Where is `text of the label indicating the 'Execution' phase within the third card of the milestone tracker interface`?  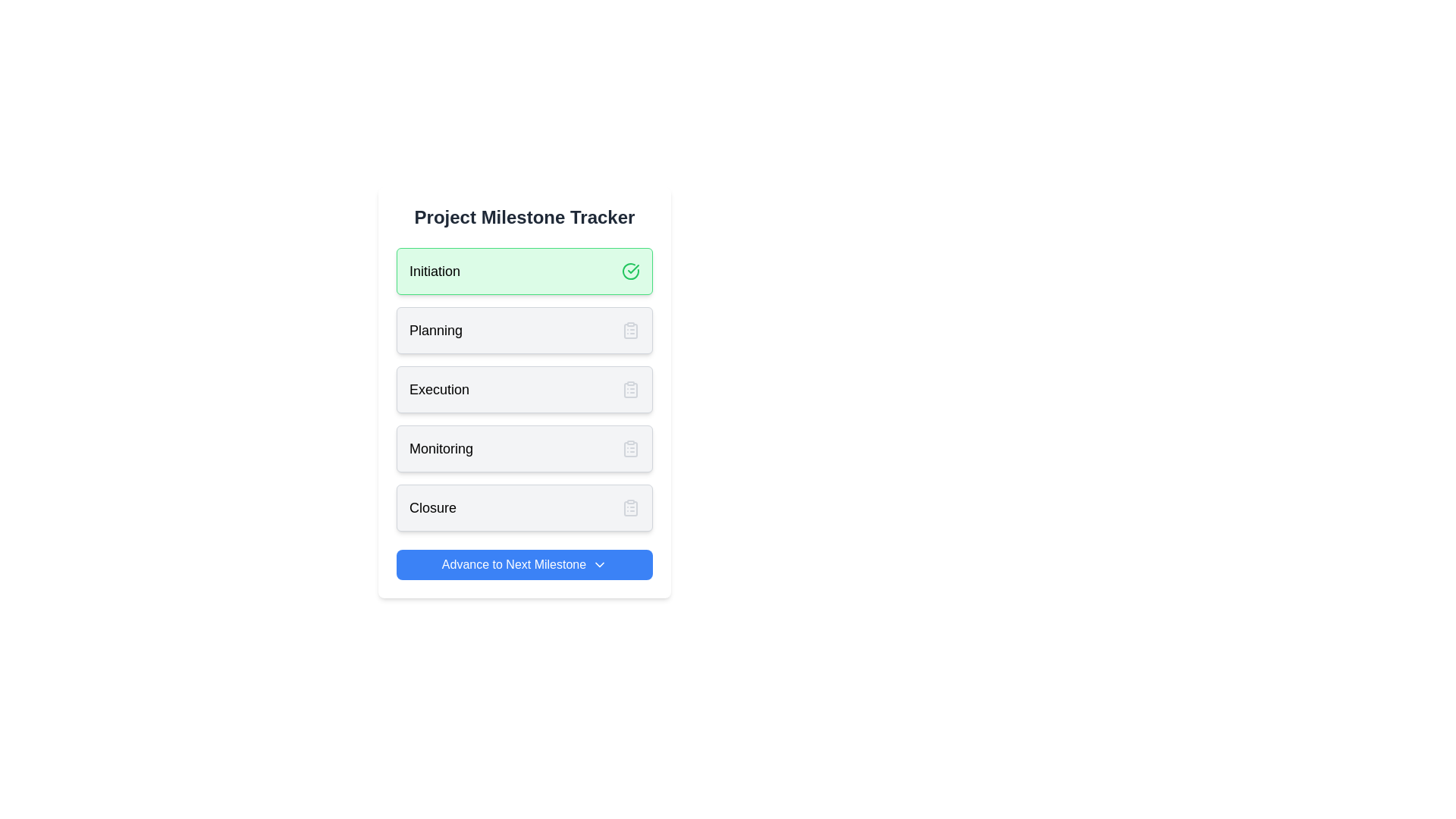 text of the label indicating the 'Execution' phase within the third card of the milestone tracker interface is located at coordinates (438, 388).